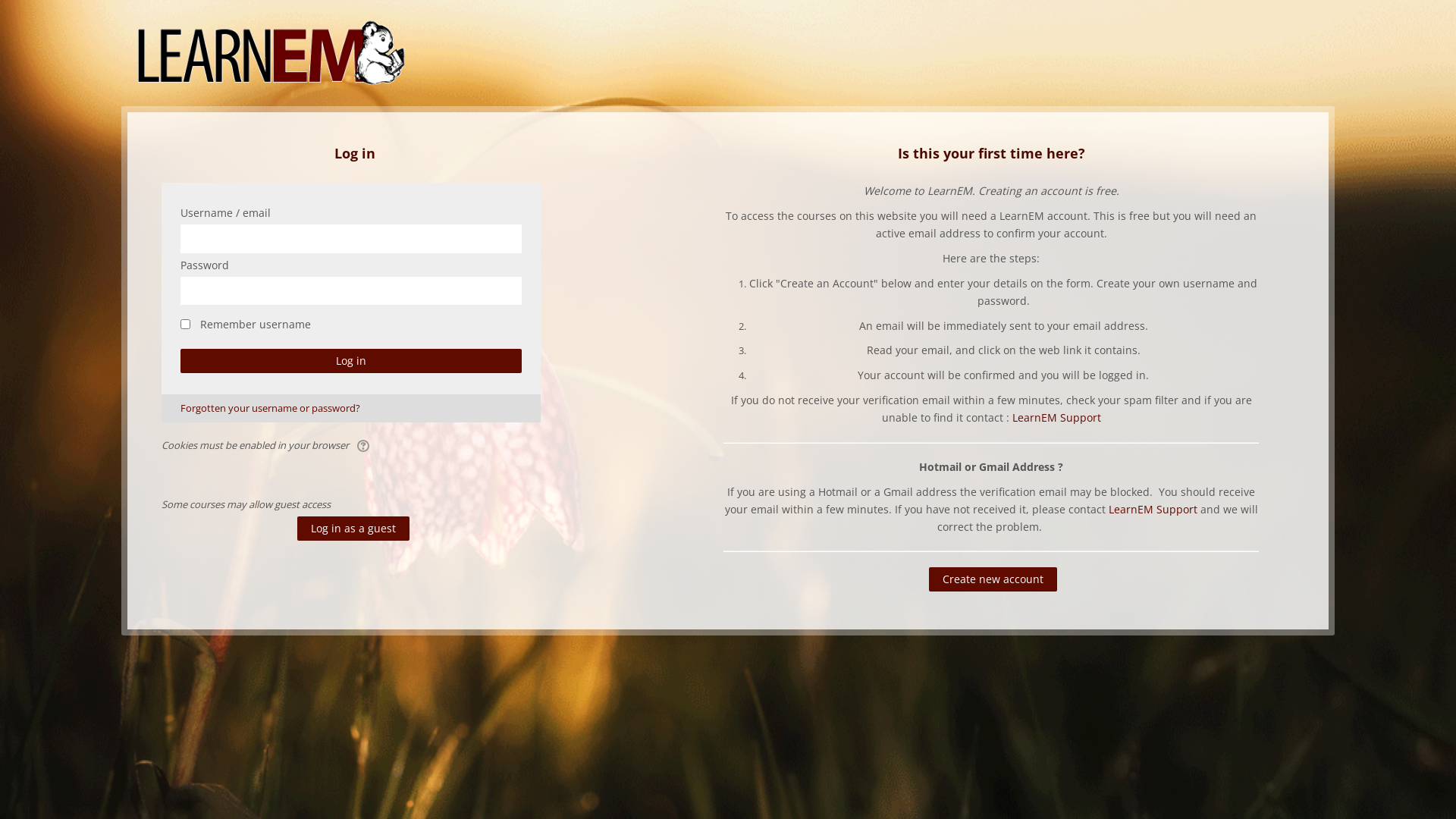  I want to click on 'Help with Cookies must be enabled in your browser', so click(364, 444).